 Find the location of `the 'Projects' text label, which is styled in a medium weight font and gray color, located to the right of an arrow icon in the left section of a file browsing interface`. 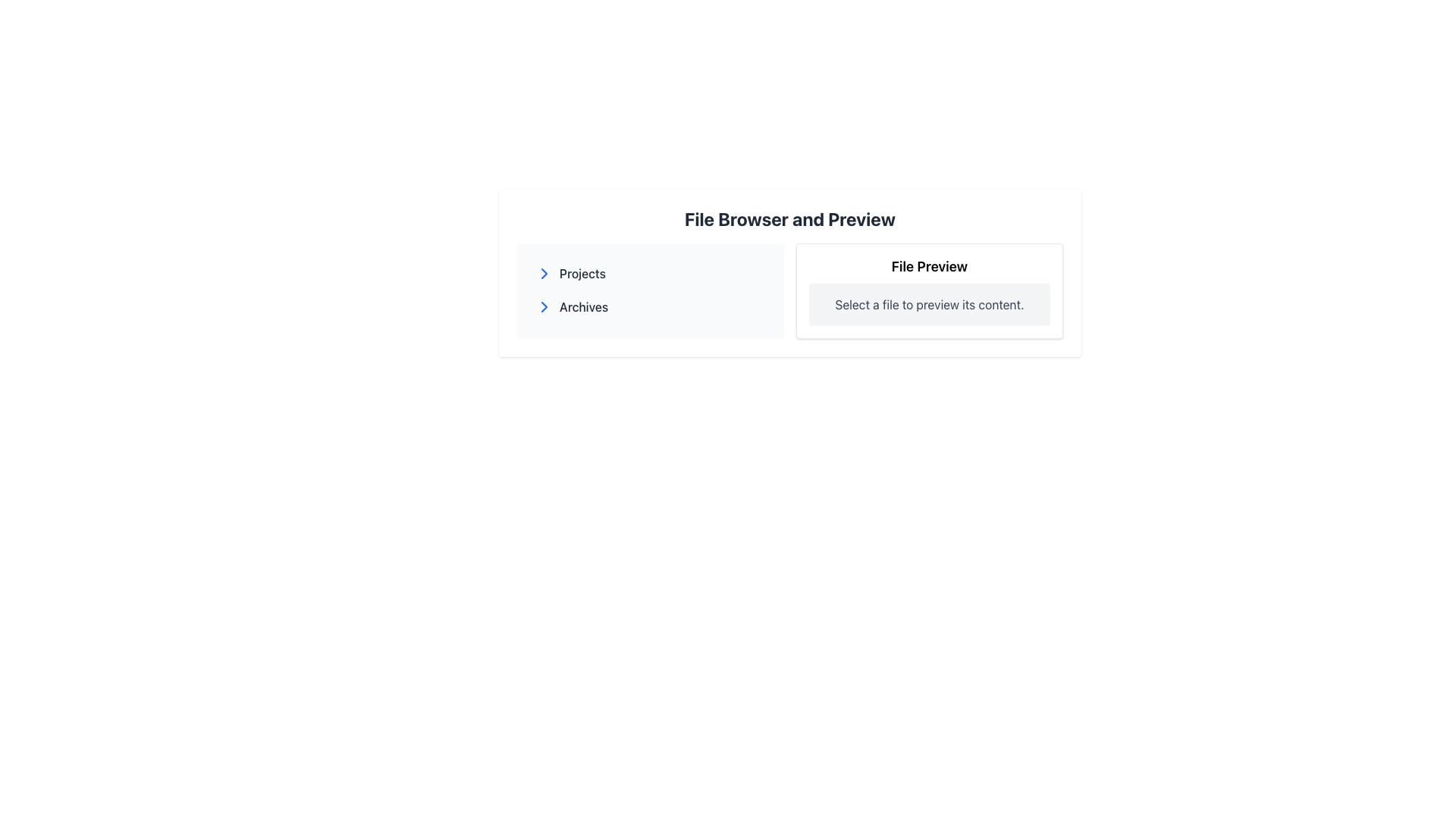

the 'Projects' text label, which is styled in a medium weight font and gray color, located to the right of an arrow icon in the left section of a file browsing interface is located at coordinates (582, 274).